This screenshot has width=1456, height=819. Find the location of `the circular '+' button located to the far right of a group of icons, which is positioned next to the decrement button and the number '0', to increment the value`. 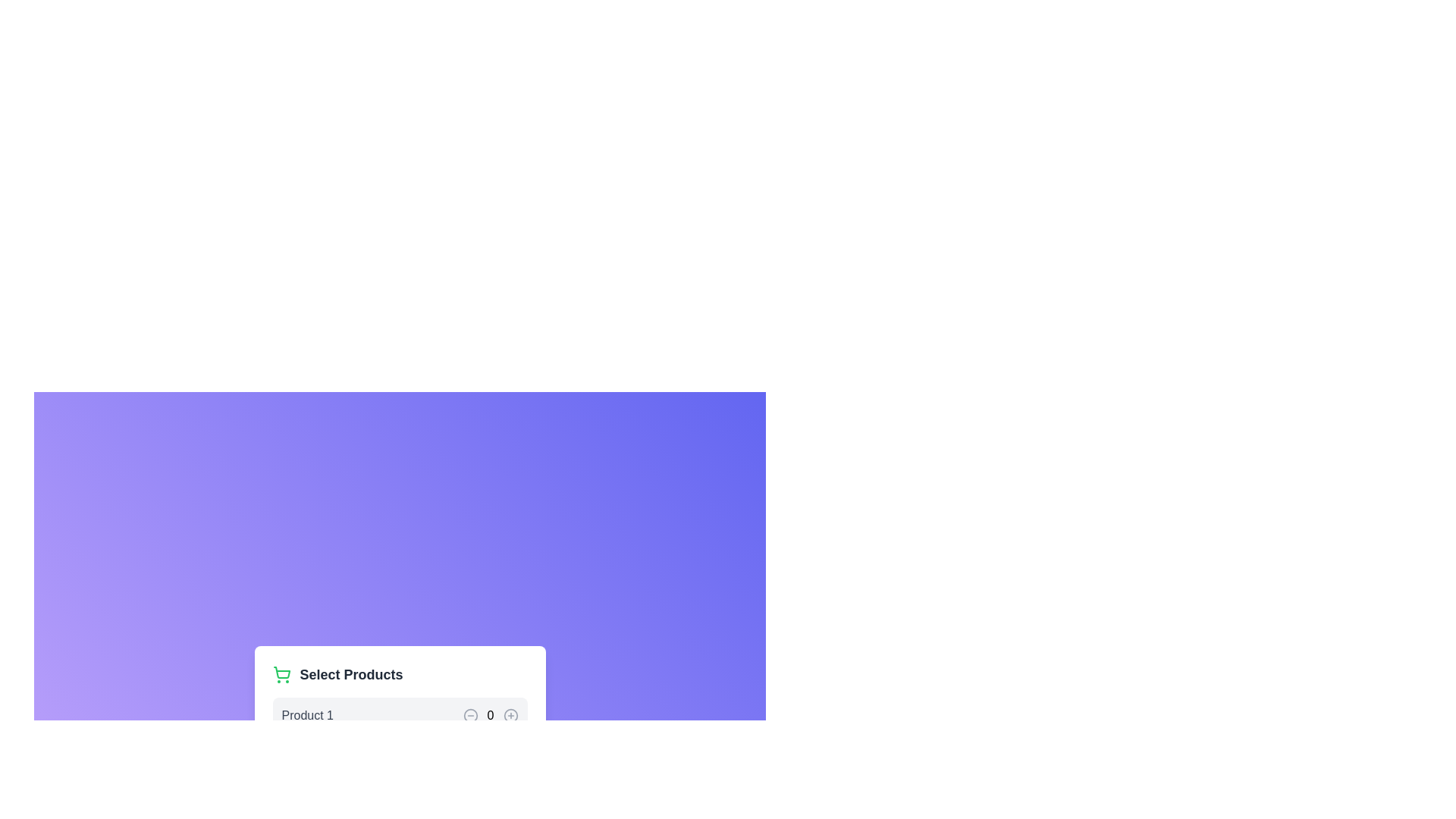

the circular '+' button located to the far right of a group of icons, which is positioned next to the decrement button and the number '0', to increment the value is located at coordinates (510, 716).